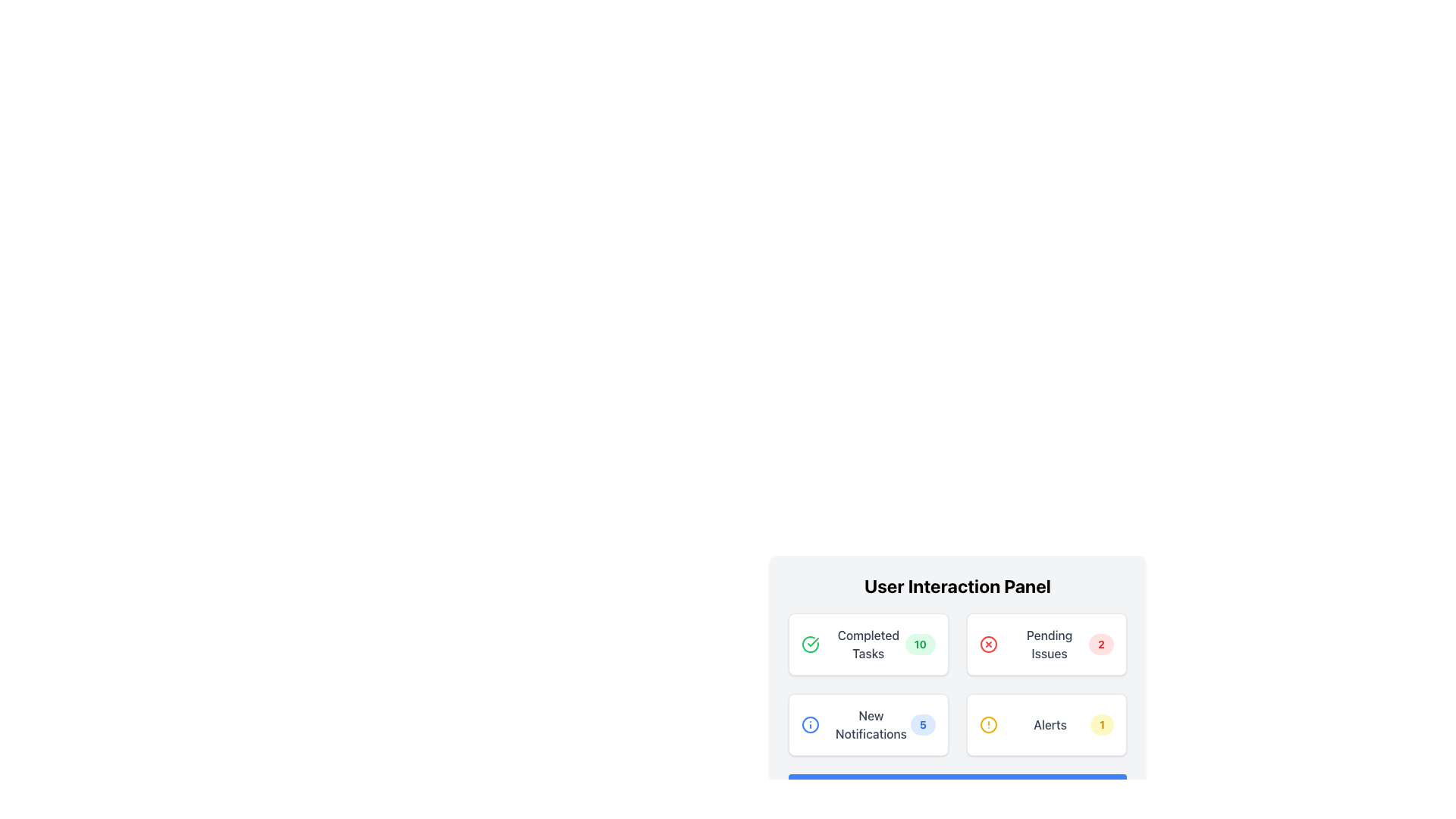 This screenshot has height=819, width=1456. I want to click on the circular badge with a red background and white text displaying the number '2', which is positioned to the right of the 'Pending Issues' text, so click(1101, 644).